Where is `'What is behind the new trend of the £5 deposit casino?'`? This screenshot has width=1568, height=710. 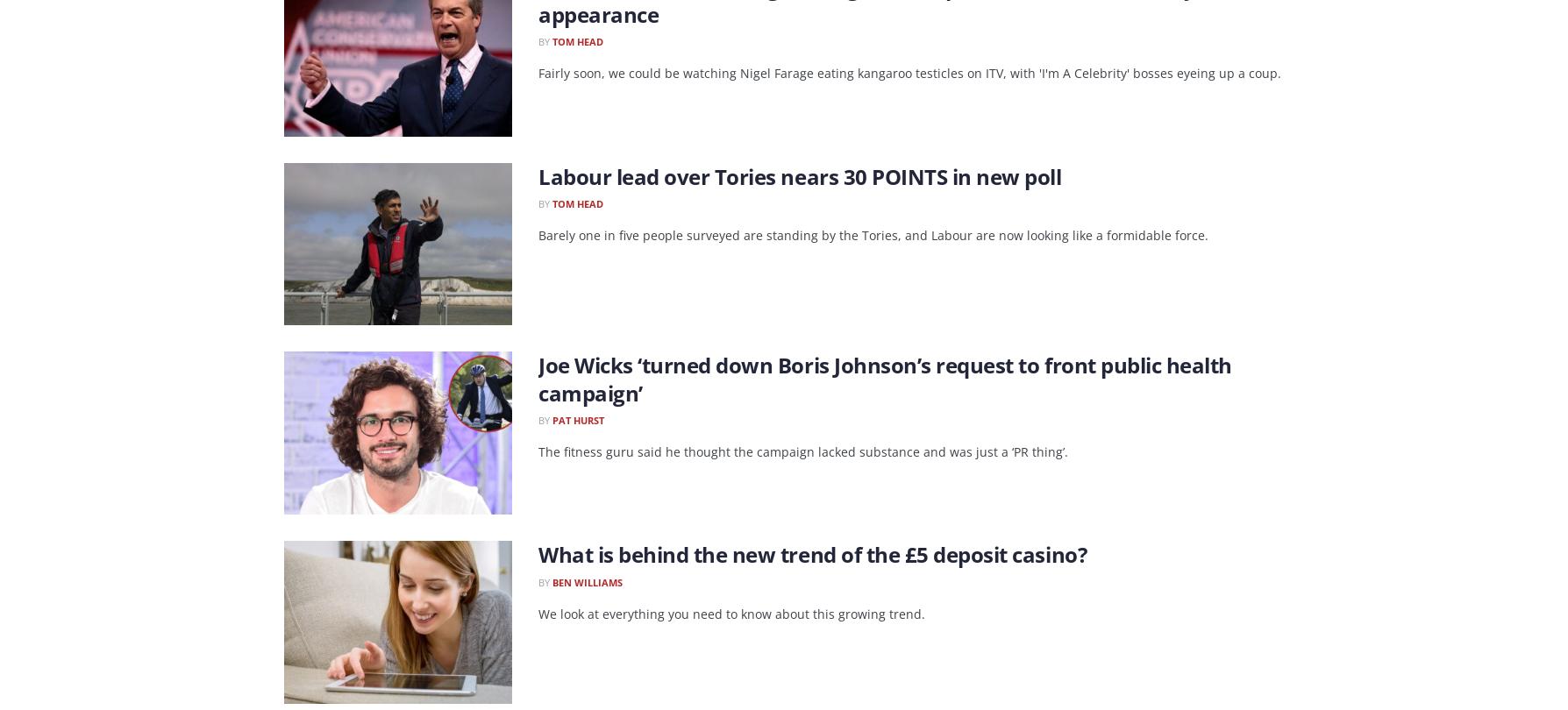 'What is behind the new trend of the £5 deposit casino?' is located at coordinates (812, 553).